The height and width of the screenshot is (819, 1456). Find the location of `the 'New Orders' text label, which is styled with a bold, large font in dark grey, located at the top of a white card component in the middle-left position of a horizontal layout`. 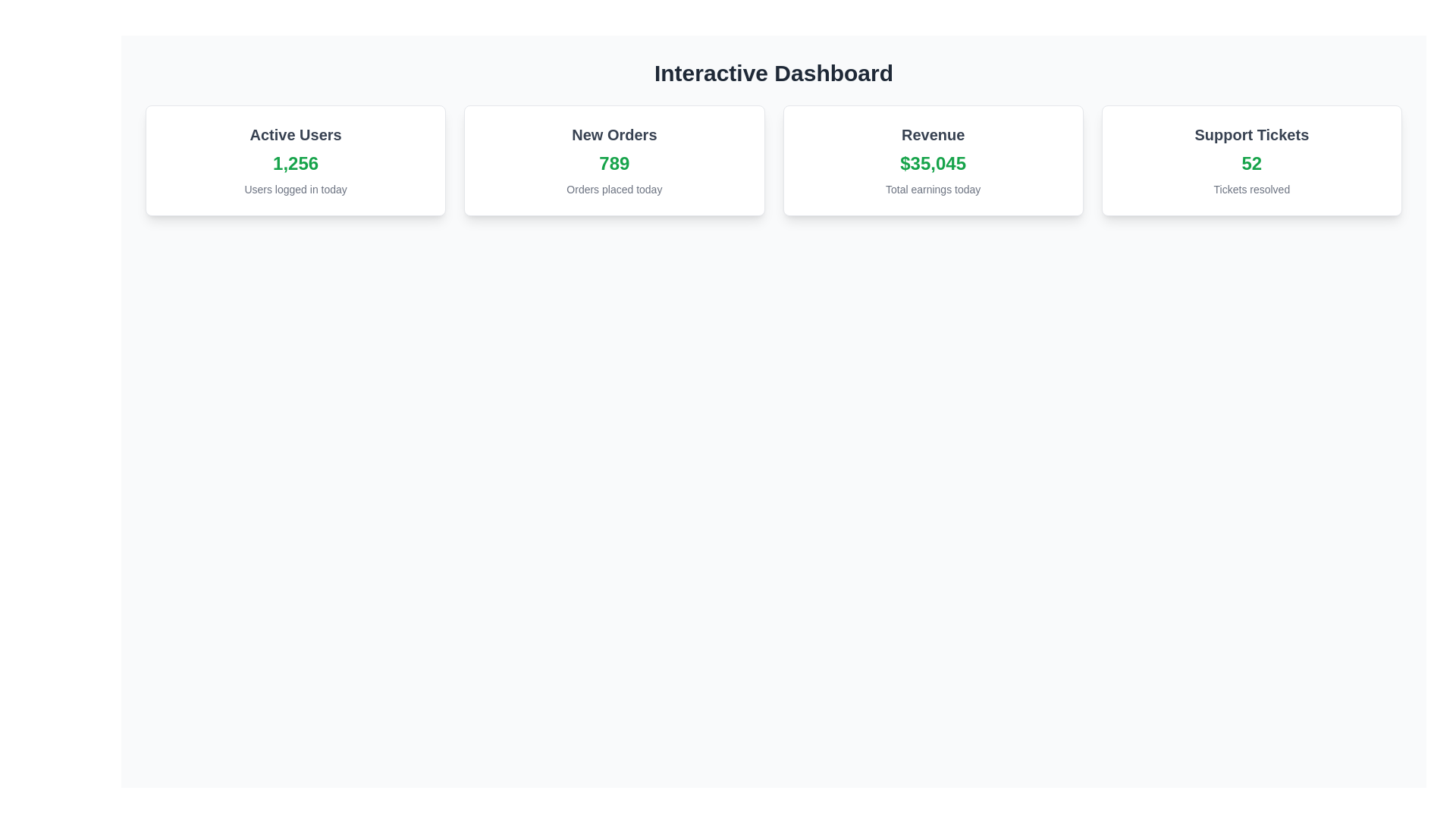

the 'New Orders' text label, which is styled with a bold, large font in dark grey, located at the top of a white card component in the middle-left position of a horizontal layout is located at coordinates (614, 133).